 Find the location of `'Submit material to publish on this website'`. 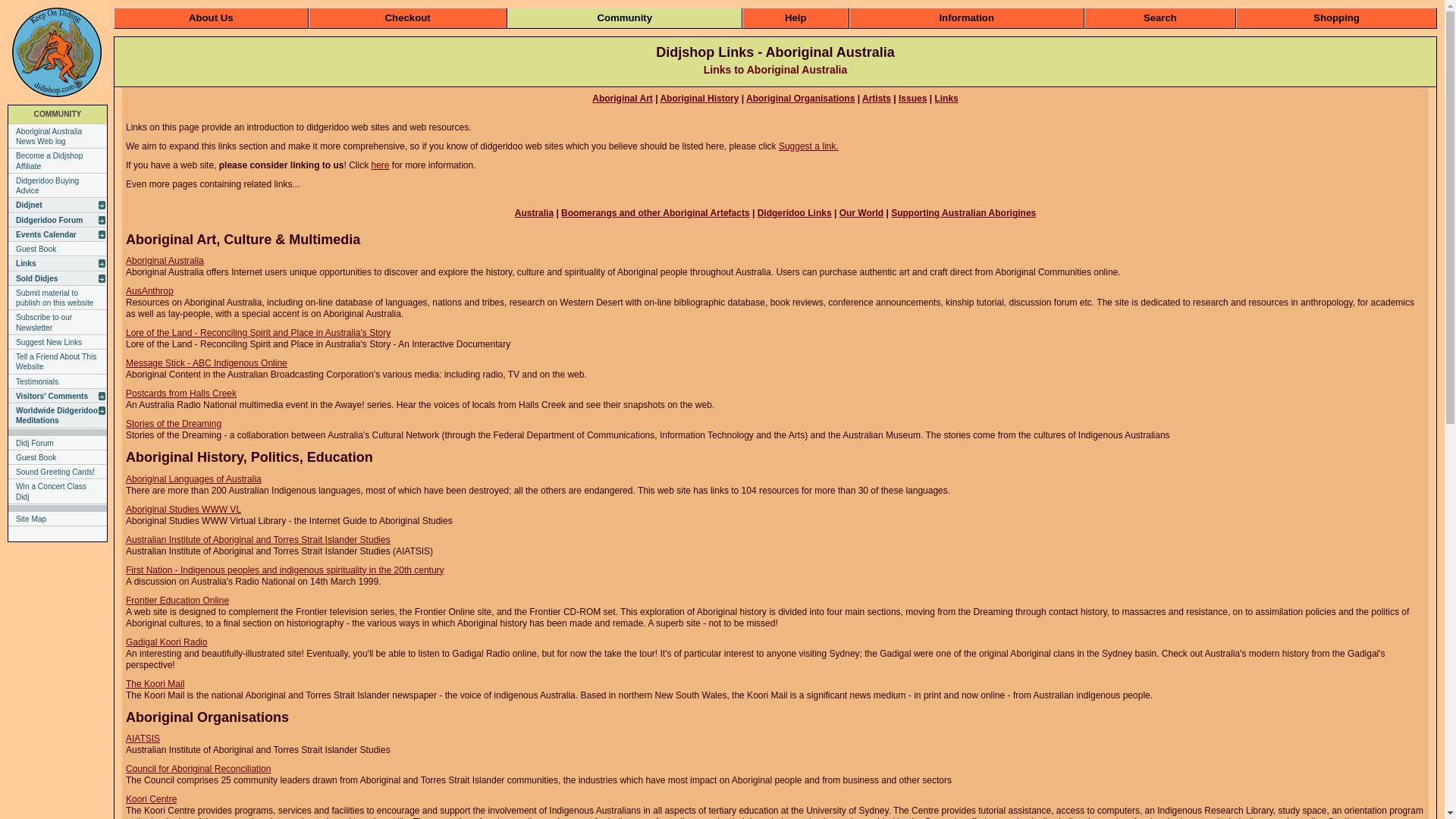

'Submit material to publish on this website' is located at coordinates (58, 298).